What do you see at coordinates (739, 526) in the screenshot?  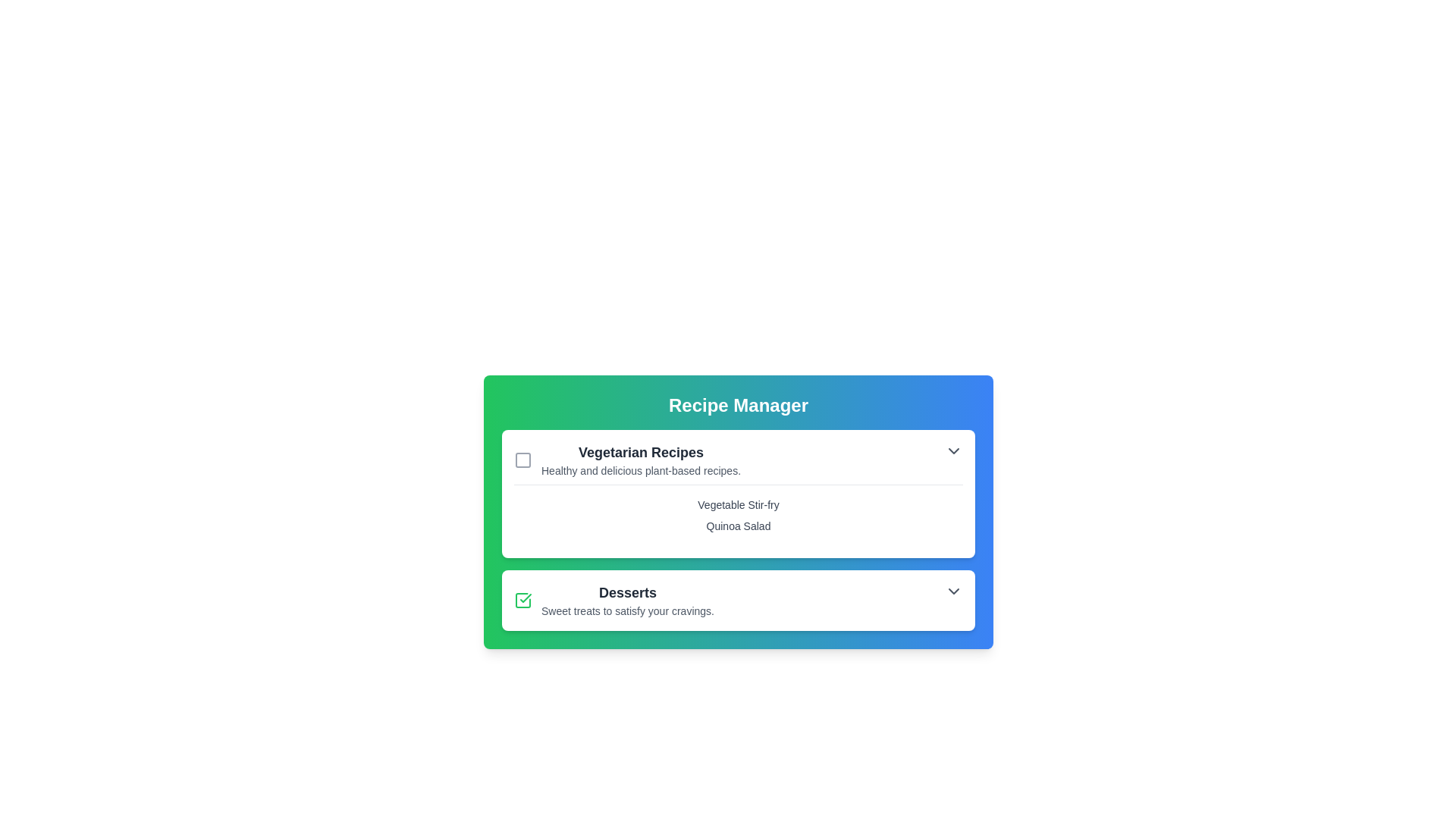 I see `the static text label displaying 'Quinoa Salad' in a medium-sized, gray-colored font, located in the 'Vegetarian Recipes' section of the Recipe Manager interface` at bounding box center [739, 526].